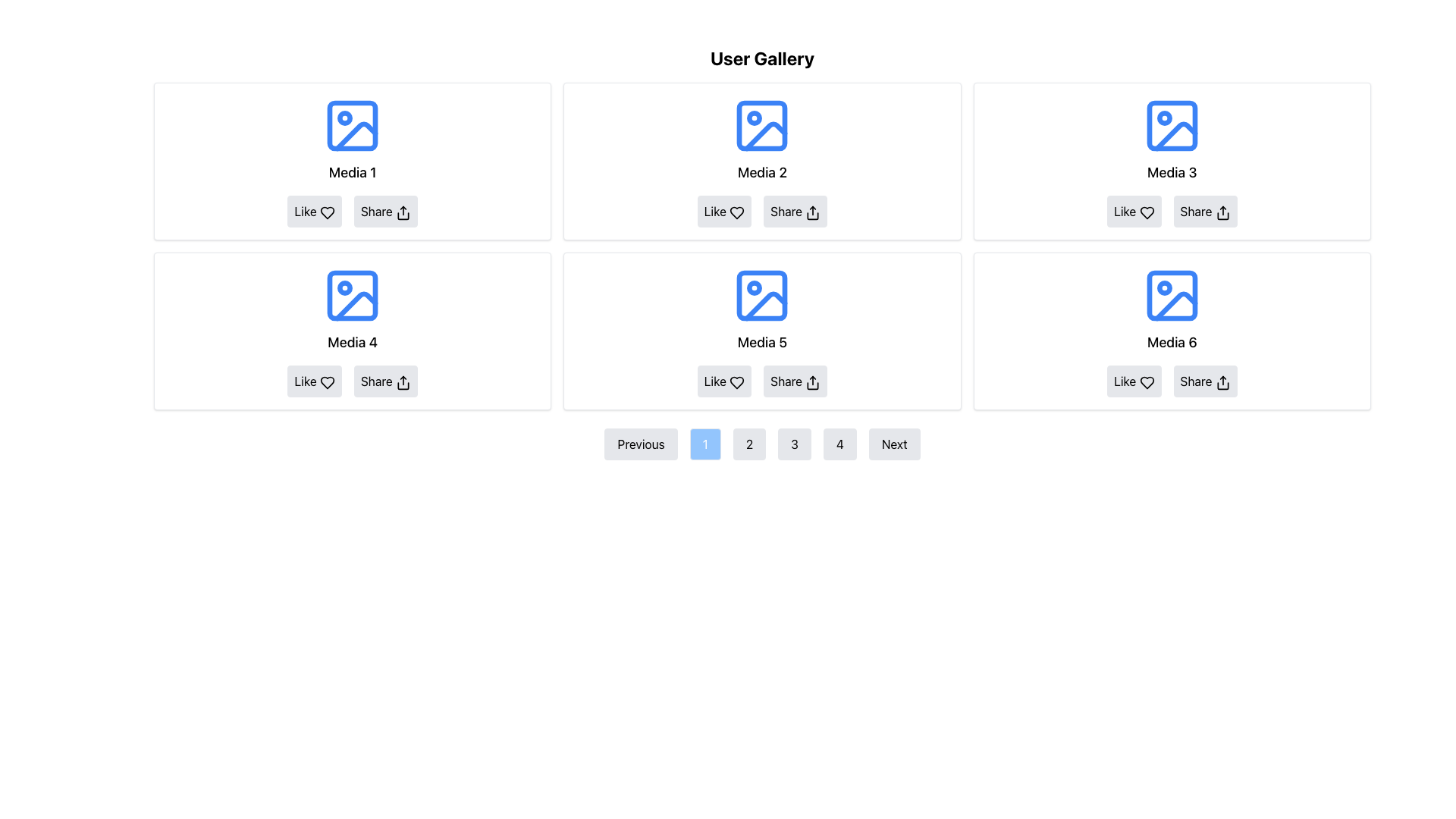 Image resolution: width=1456 pixels, height=819 pixels. I want to click on the pagination button that navigates to the fourth page of content to observe its hover effects, so click(839, 444).